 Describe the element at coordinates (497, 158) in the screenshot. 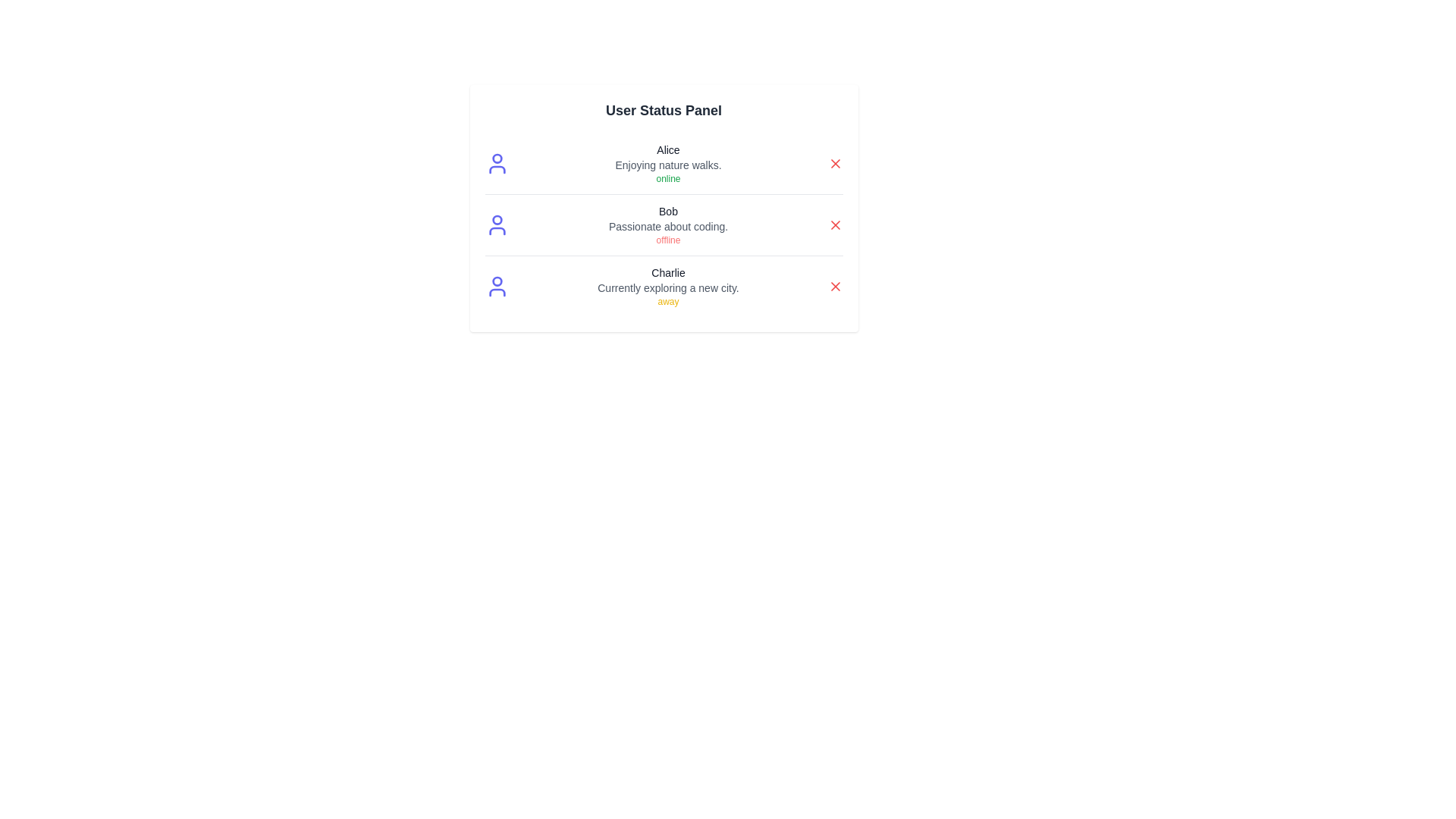

I see `the circular graphical icon representing the user 'Alice' located in the upper portion of the user icon within the 'User Status Panel'` at that location.